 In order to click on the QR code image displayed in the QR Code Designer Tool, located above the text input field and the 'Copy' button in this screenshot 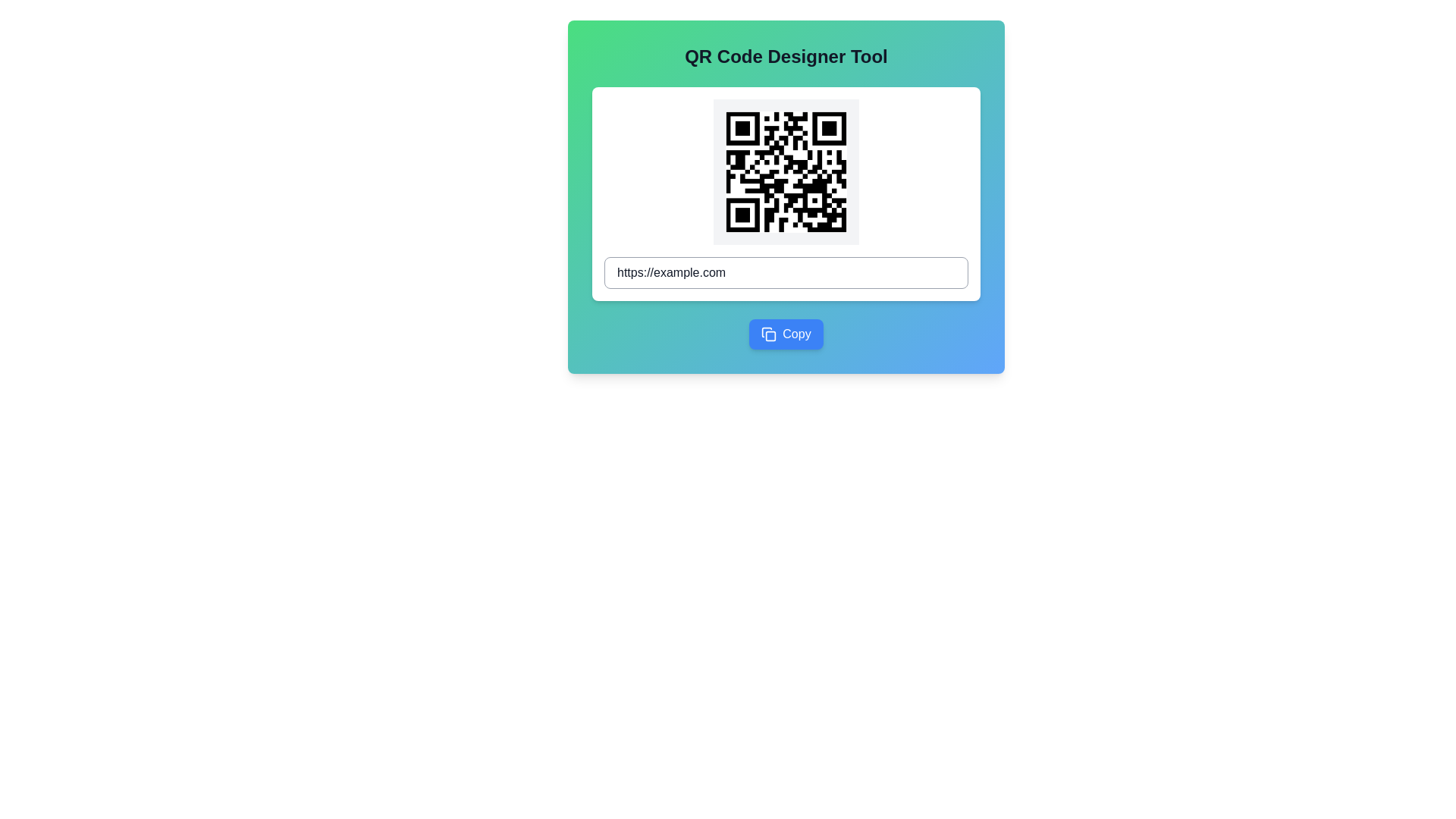, I will do `click(786, 218)`.